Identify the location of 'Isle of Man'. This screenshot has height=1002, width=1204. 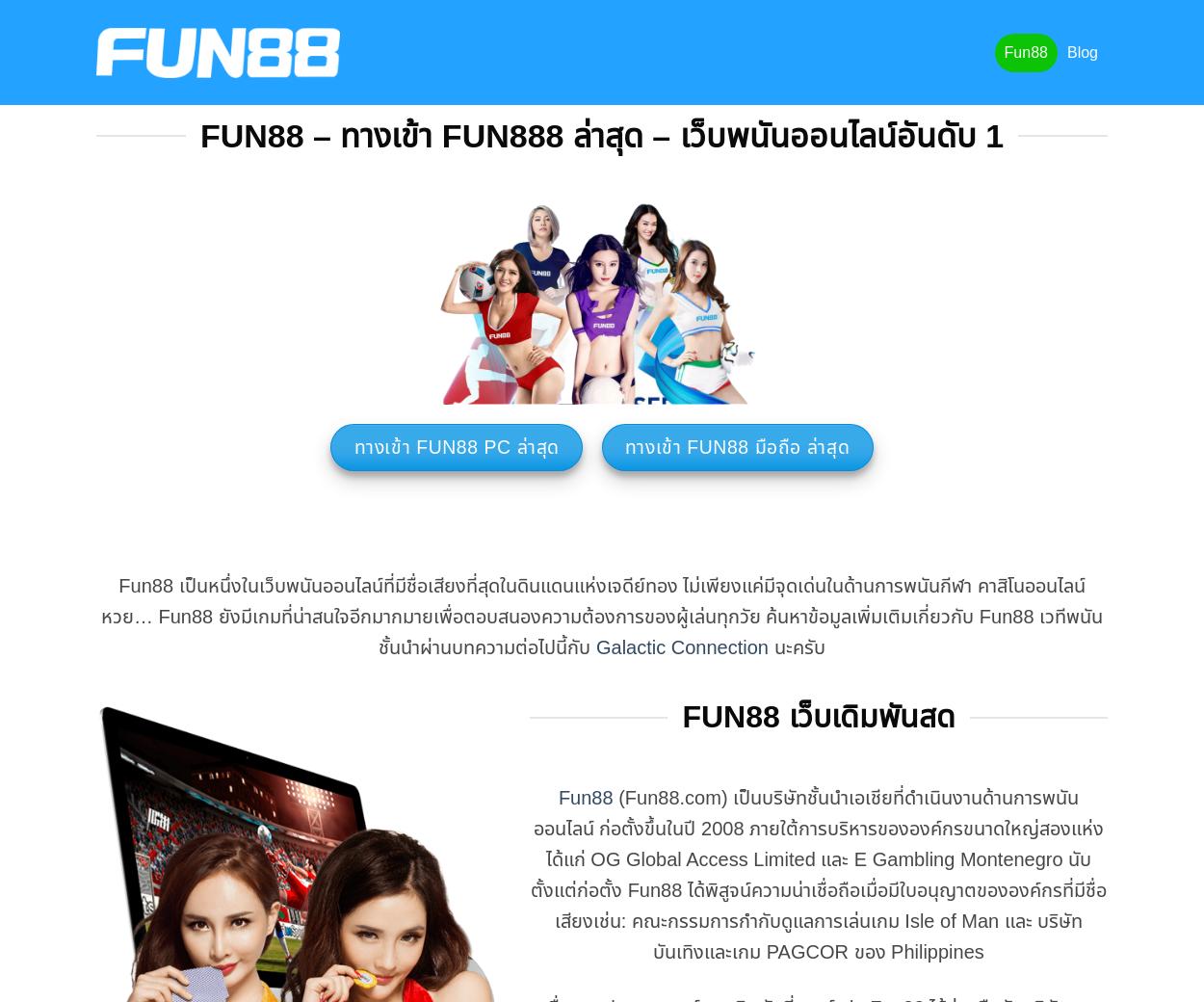
(953, 920).